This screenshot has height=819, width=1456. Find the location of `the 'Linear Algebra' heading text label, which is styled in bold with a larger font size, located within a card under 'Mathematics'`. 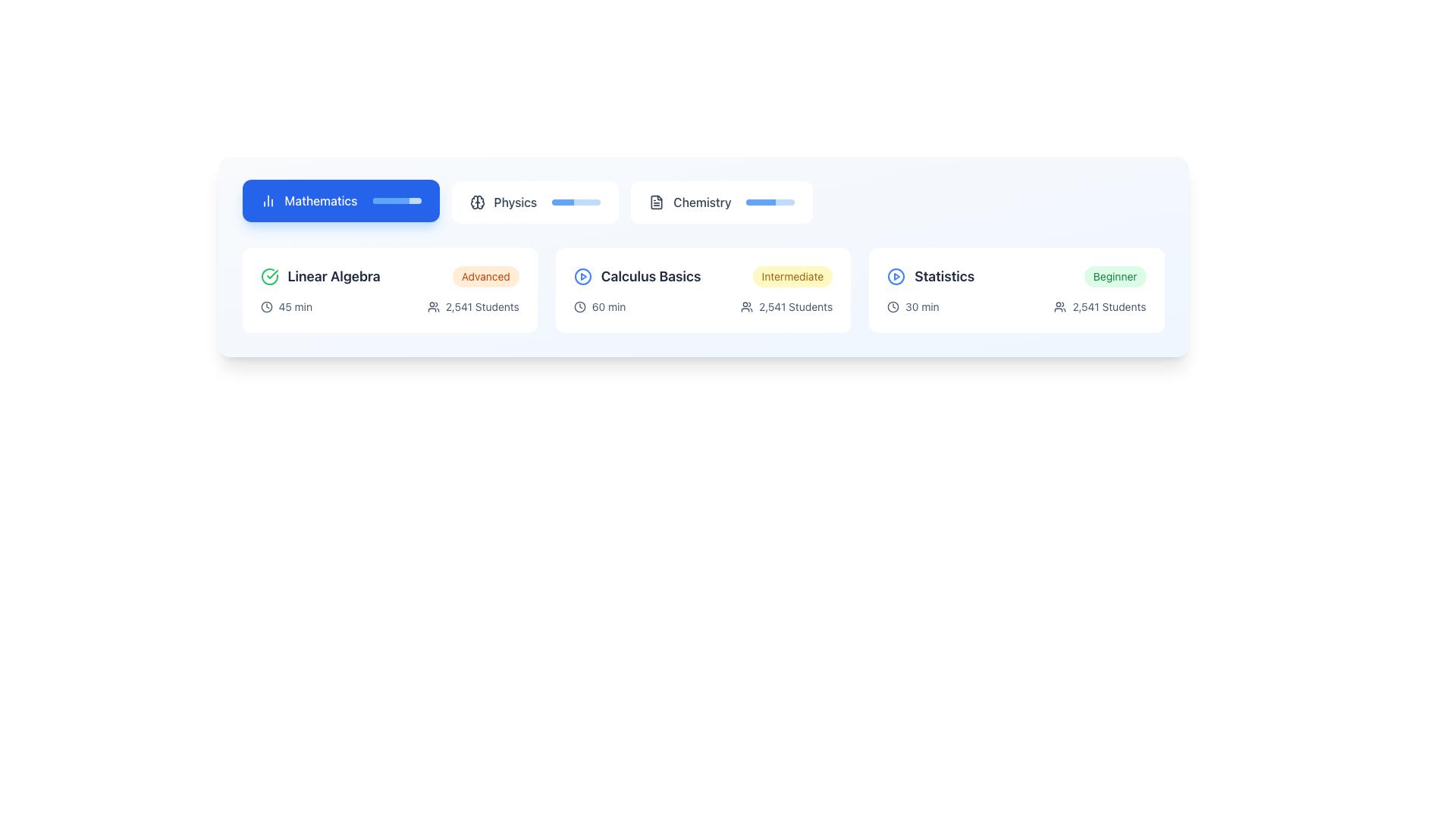

the 'Linear Algebra' heading text label, which is styled in bold with a larger font size, located within a card under 'Mathematics' is located at coordinates (333, 277).